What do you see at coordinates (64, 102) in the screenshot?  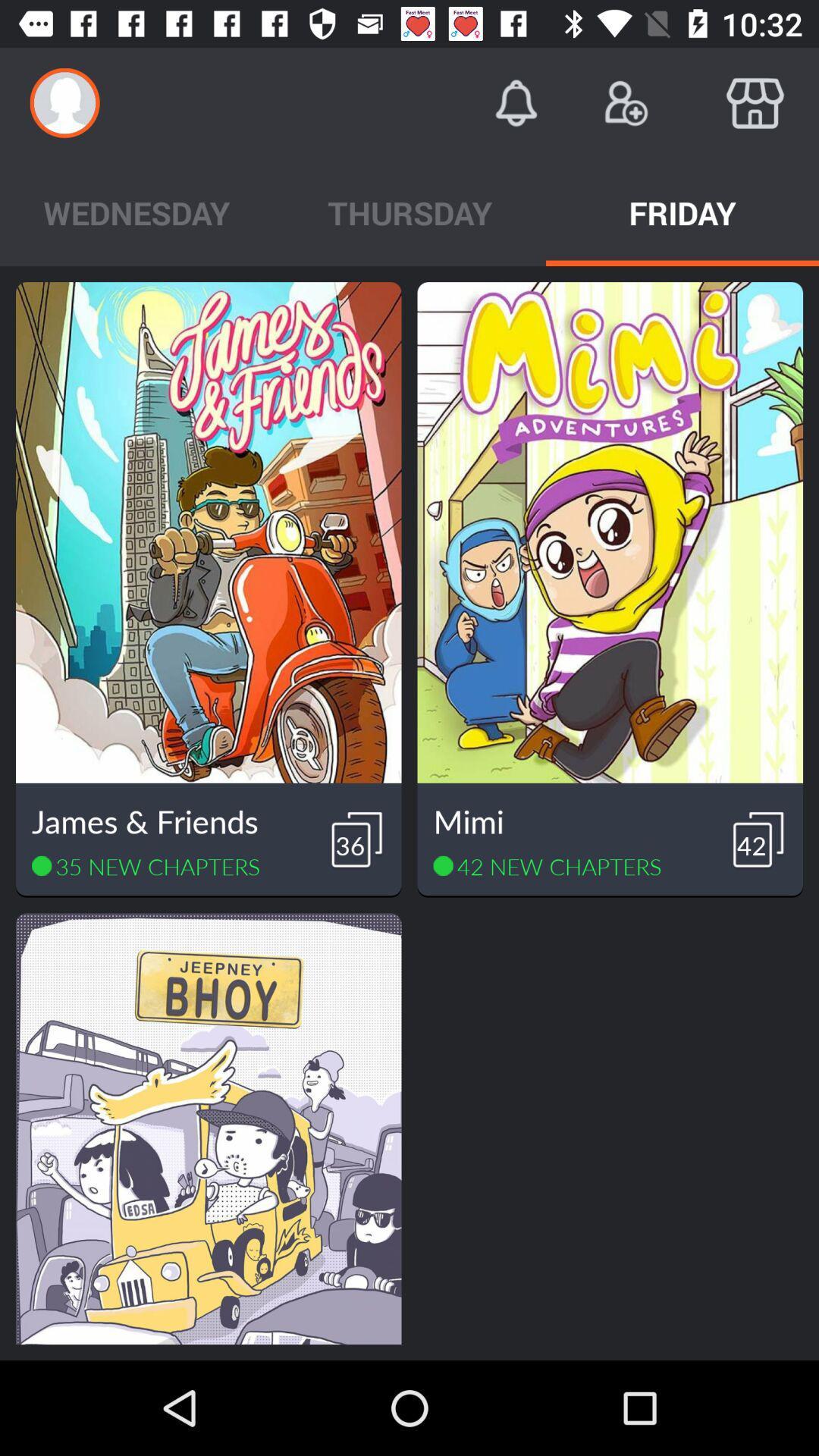 I see `icon above the wednesday` at bounding box center [64, 102].